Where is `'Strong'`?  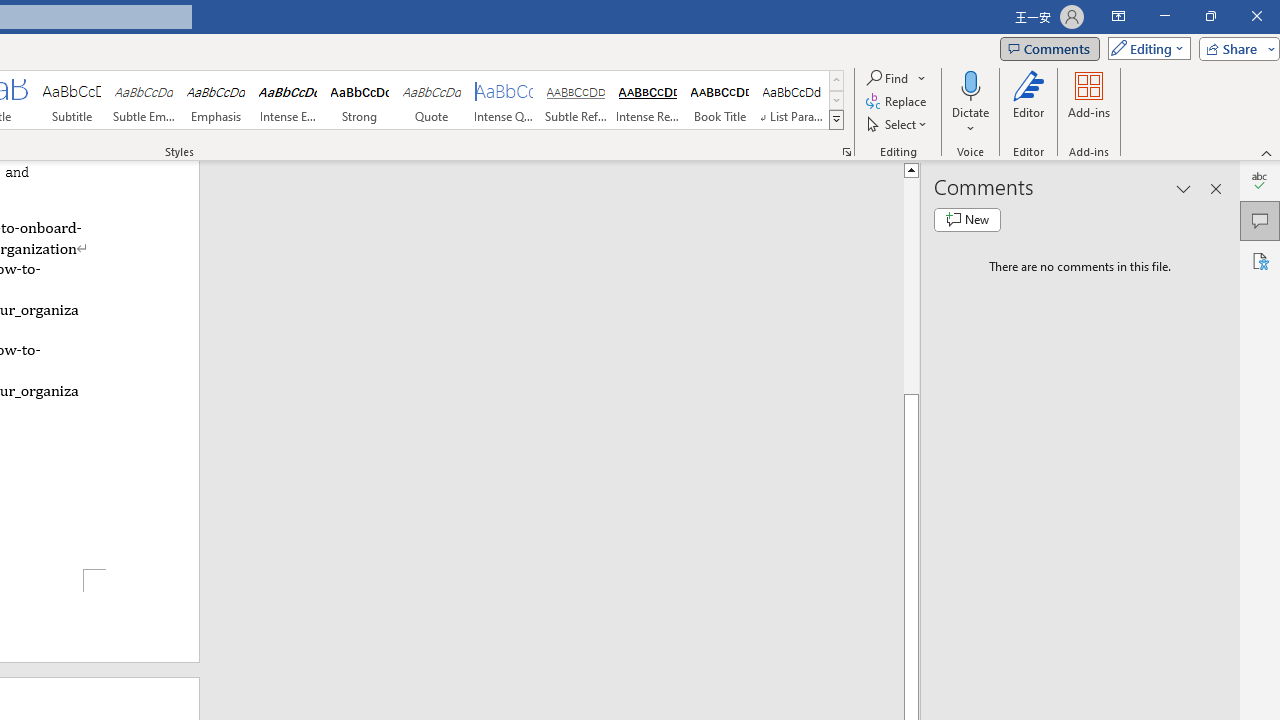
'Strong' is located at coordinates (359, 100).